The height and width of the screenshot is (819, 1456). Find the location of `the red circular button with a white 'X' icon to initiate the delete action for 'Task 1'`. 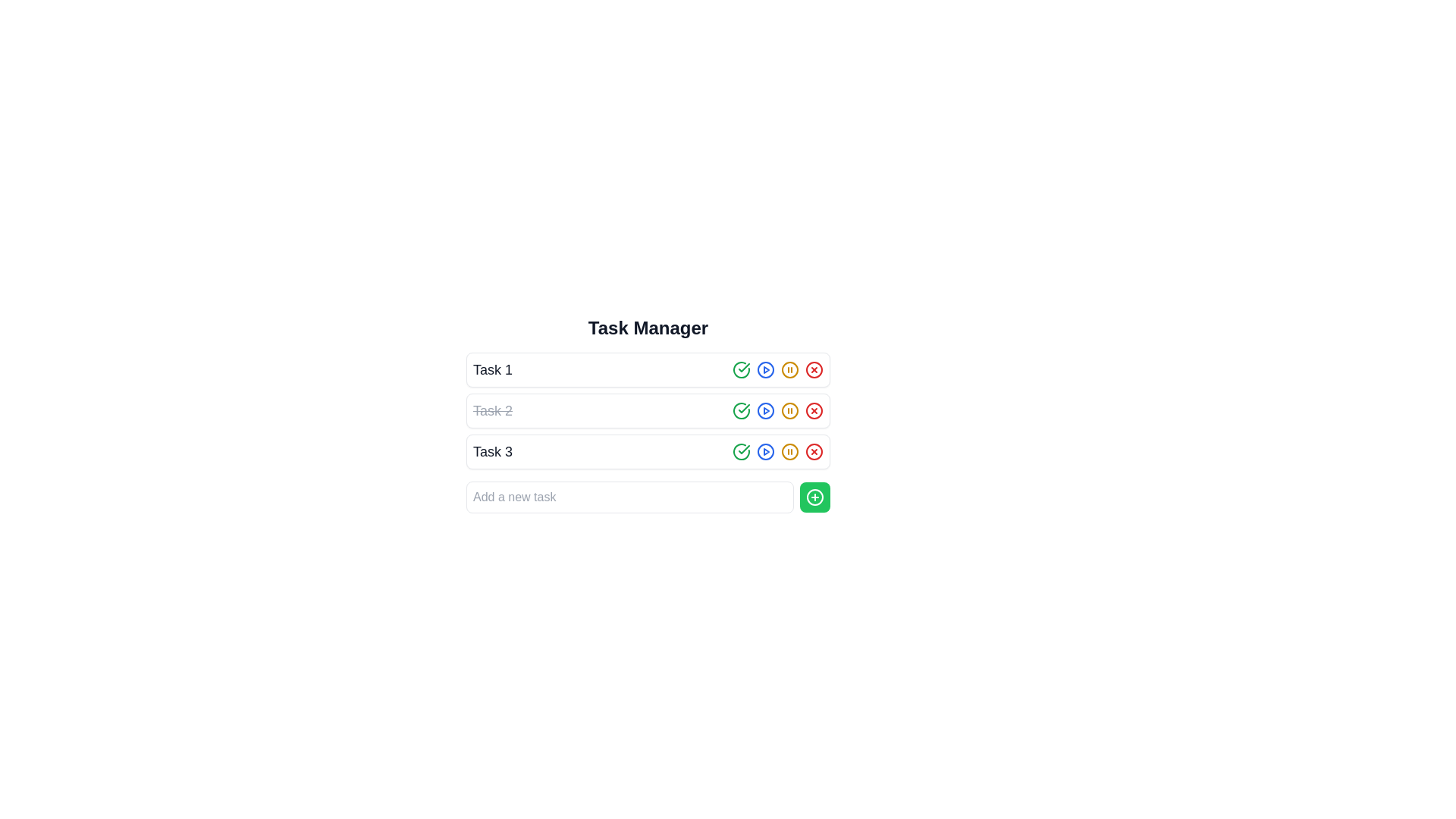

the red circular button with a white 'X' icon to initiate the delete action for 'Task 1' is located at coordinates (814, 370).